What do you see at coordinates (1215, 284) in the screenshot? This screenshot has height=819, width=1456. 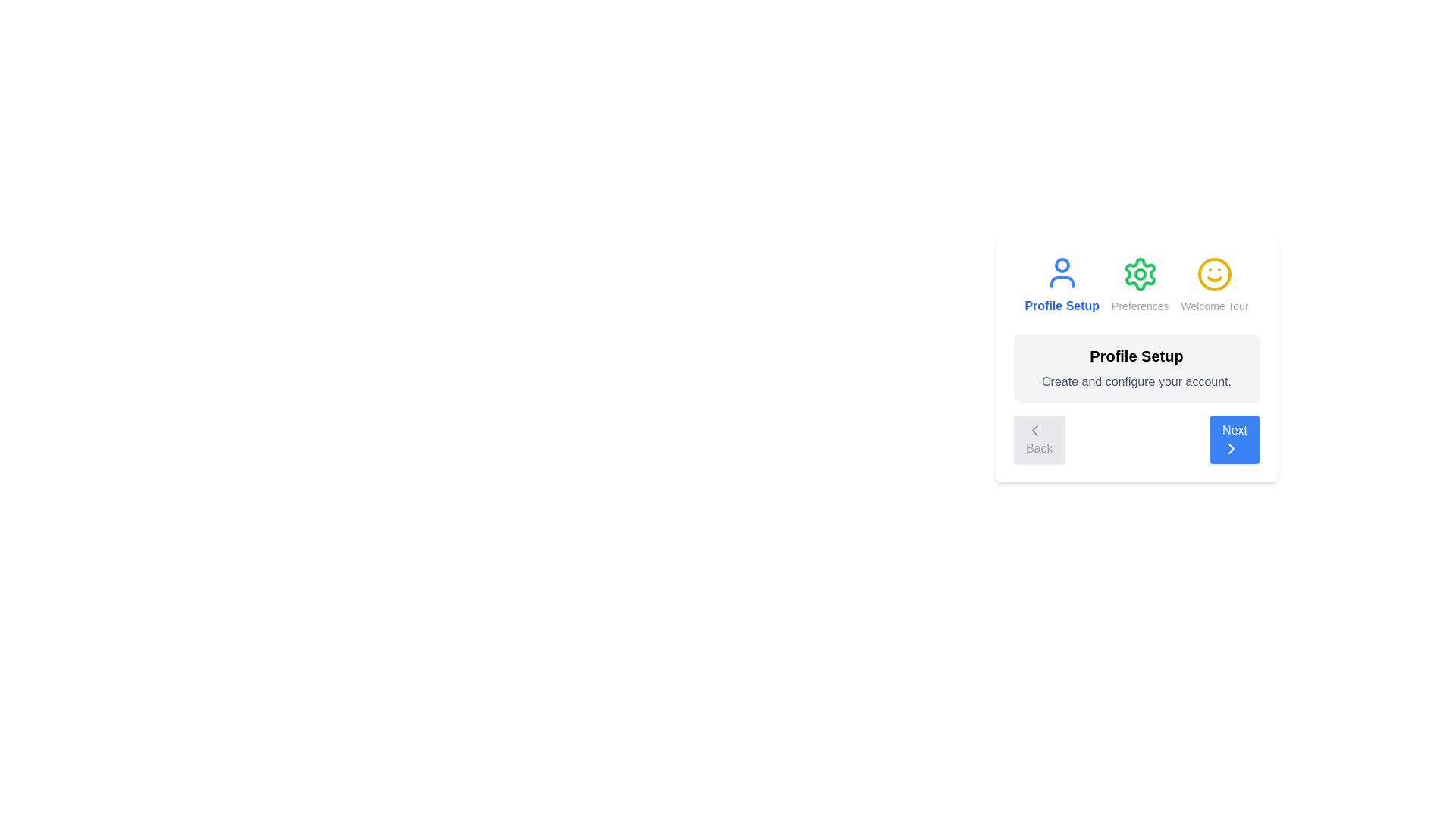 I see `the step icon corresponding to Welcome Tour to view its details` at bounding box center [1215, 284].